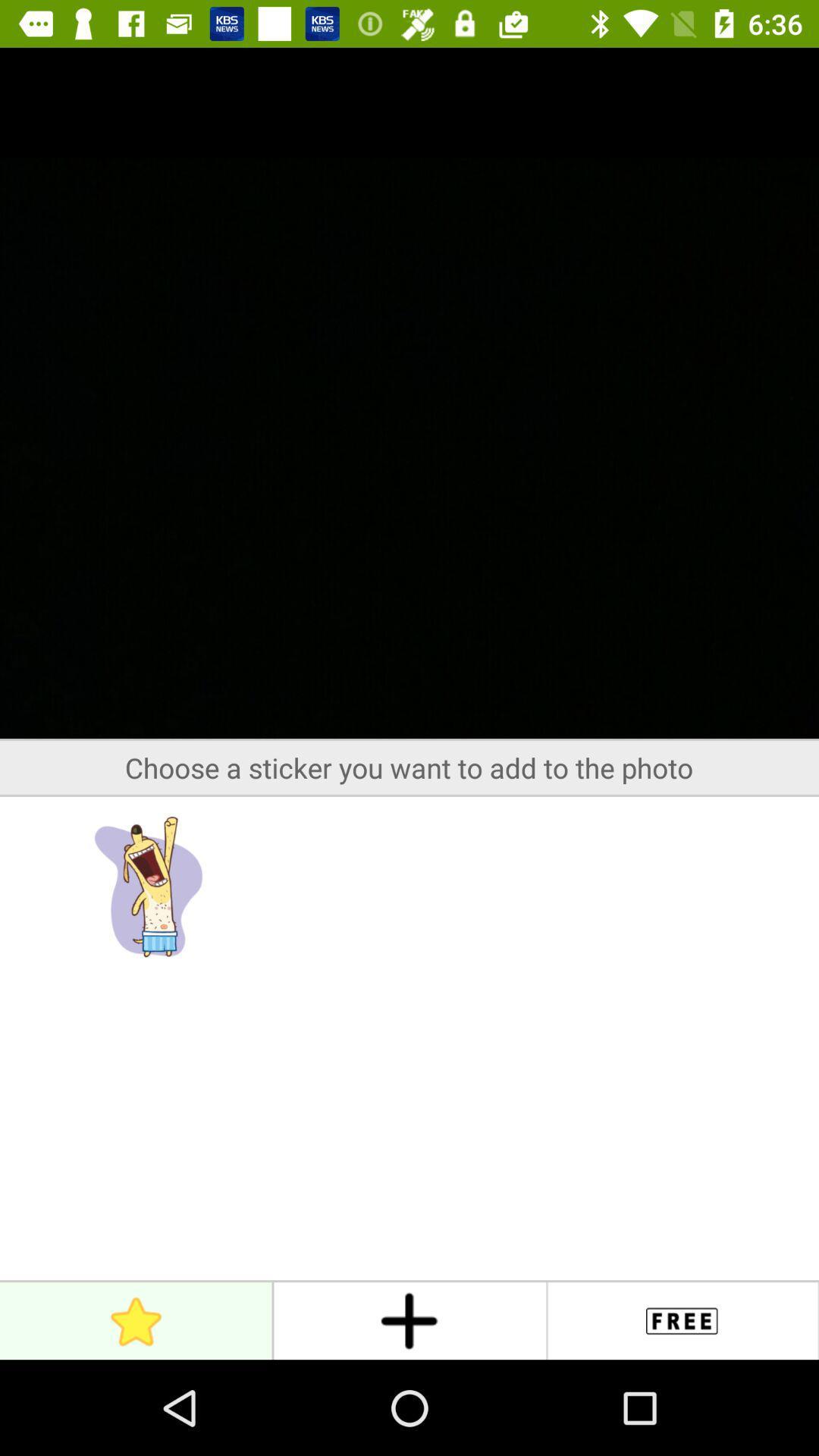 The height and width of the screenshot is (1456, 819). Describe the element at coordinates (409, 1320) in the screenshot. I see `the add icon` at that location.